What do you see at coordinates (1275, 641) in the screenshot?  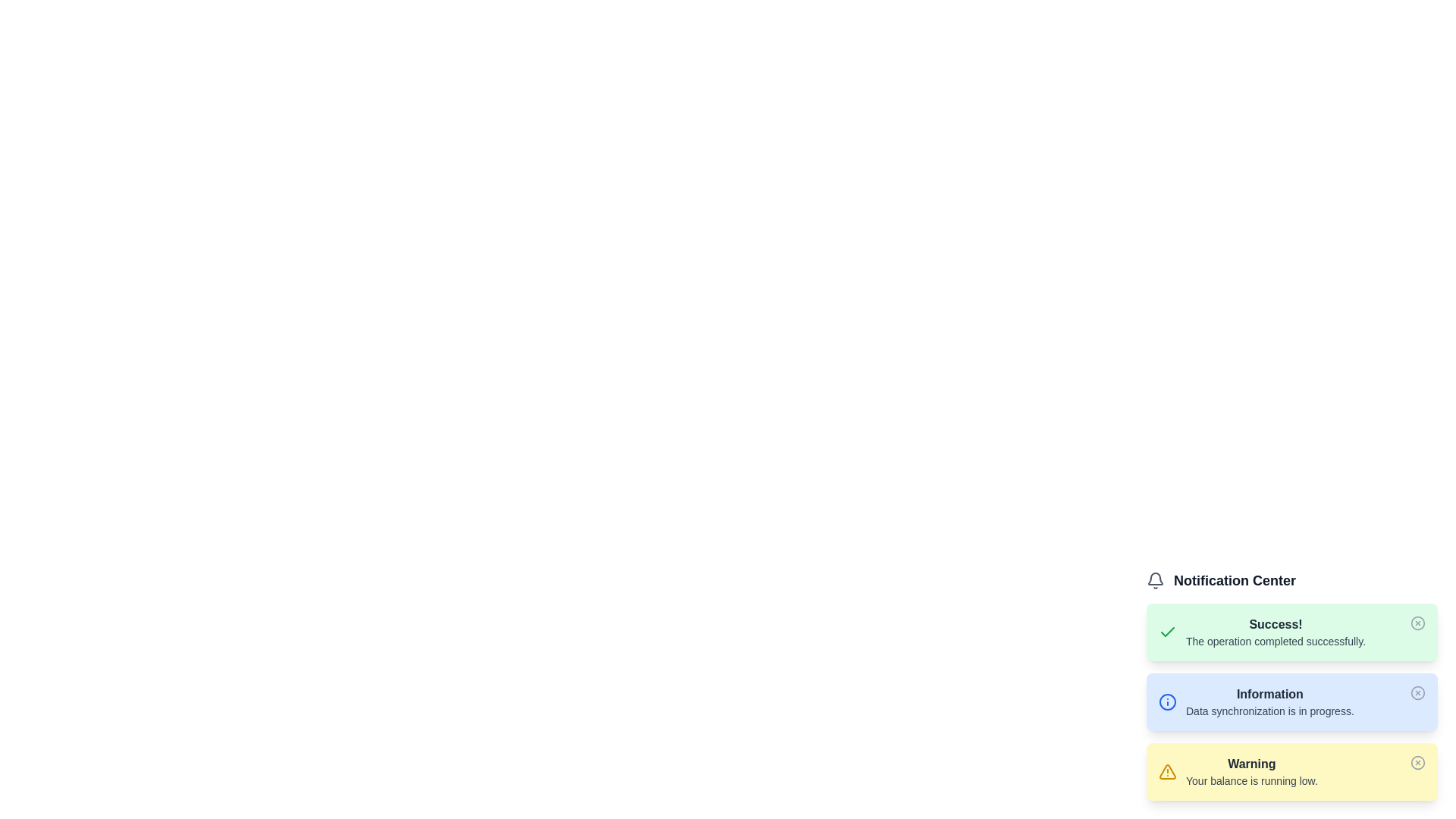 I see `the success confirmation text label, which is located as the second line below the bolded text 'Success!' in the green notification card within the 'Notification Center'` at bounding box center [1275, 641].